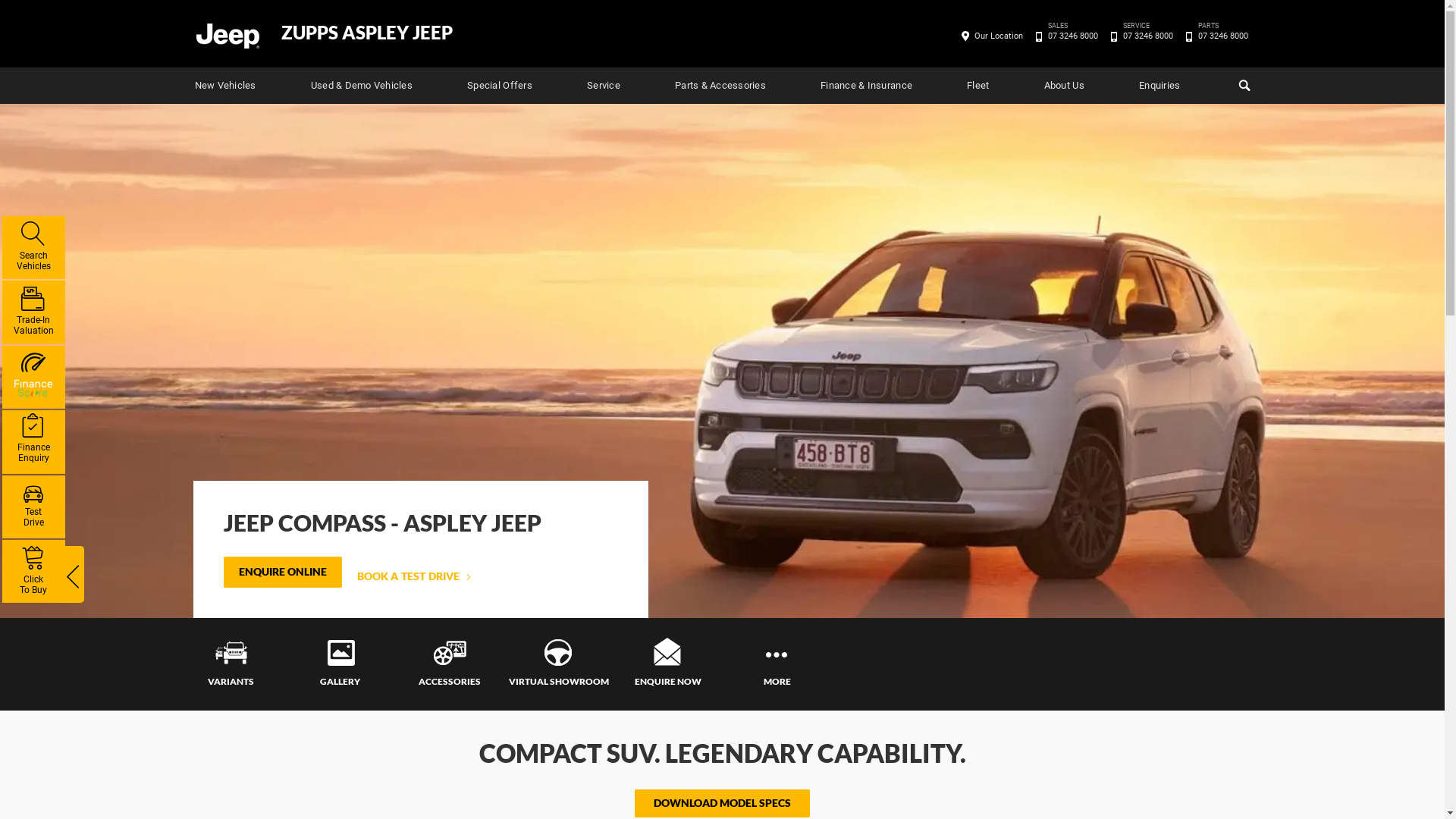 The width and height of the screenshot is (1456, 819). What do you see at coordinates (33, 571) in the screenshot?
I see `'Click` at bounding box center [33, 571].